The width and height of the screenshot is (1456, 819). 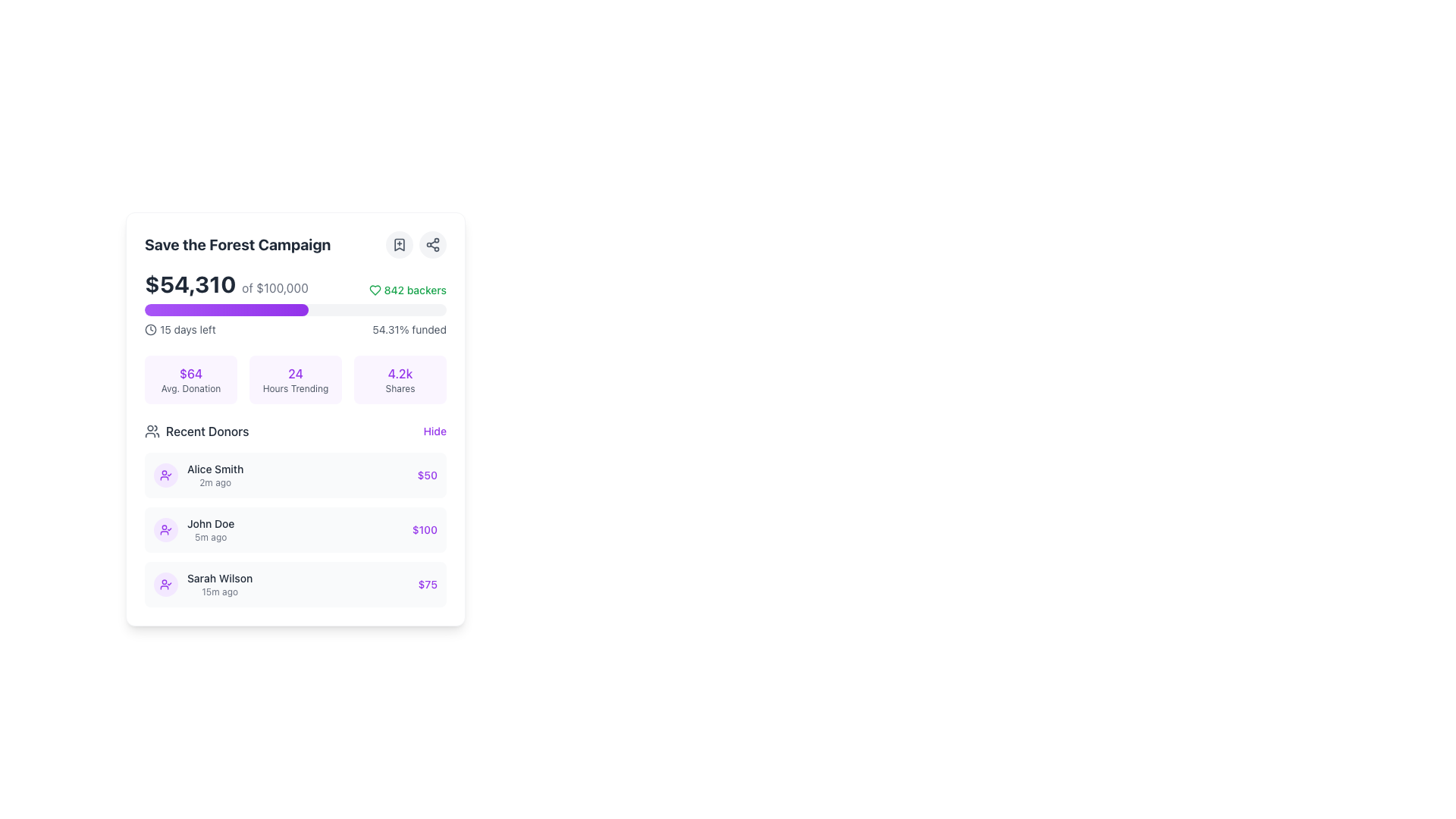 I want to click on text label displaying the current amount raised ($54,310) towards the fundraising goal ($100,000), which is located near the top-left section of the interface within a white panel, above the '842 backers' text, so click(x=225, y=284).